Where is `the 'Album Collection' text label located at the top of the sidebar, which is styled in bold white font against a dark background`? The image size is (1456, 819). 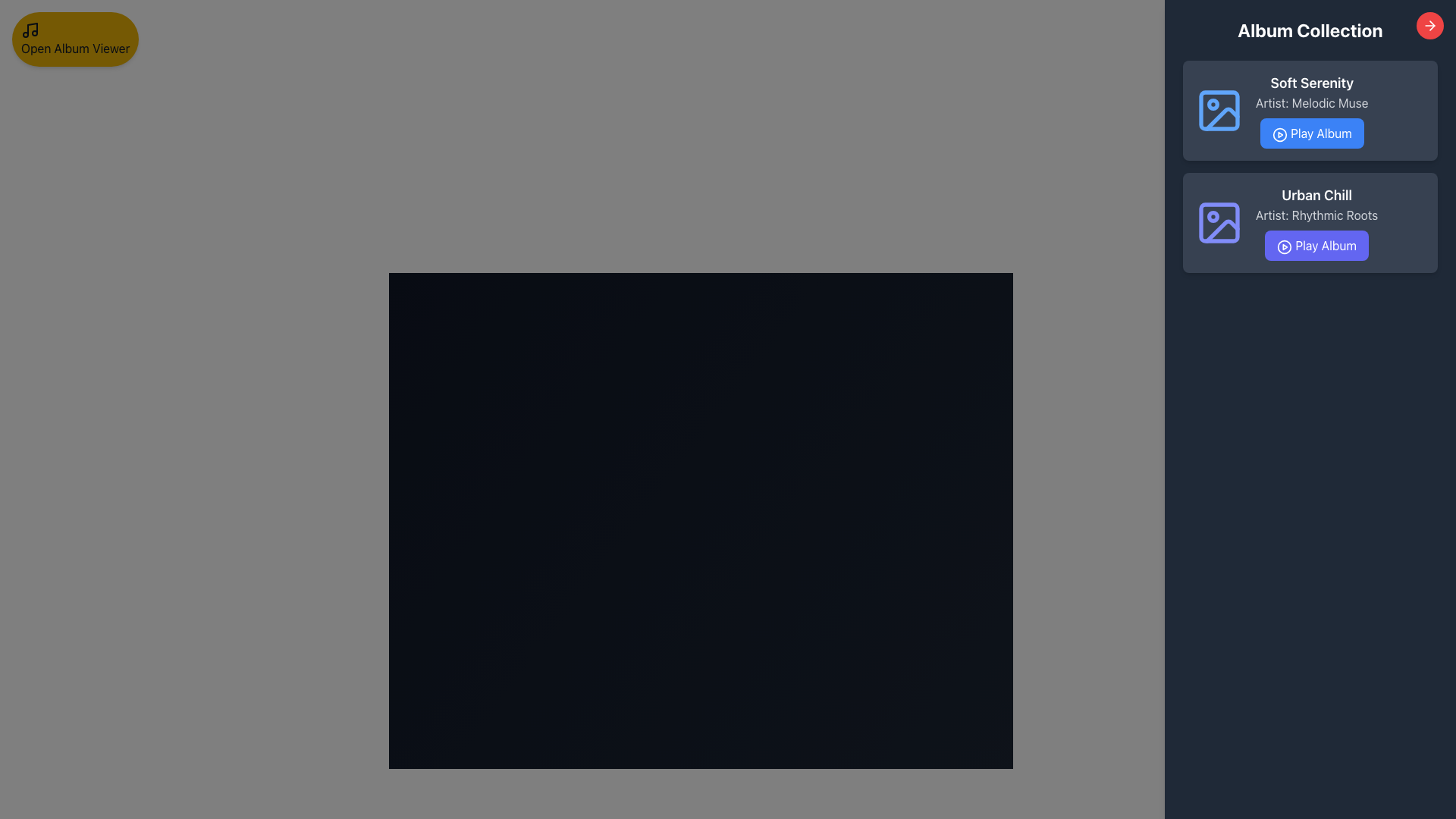
the 'Album Collection' text label located at the top of the sidebar, which is styled in bold white font against a dark background is located at coordinates (1310, 30).